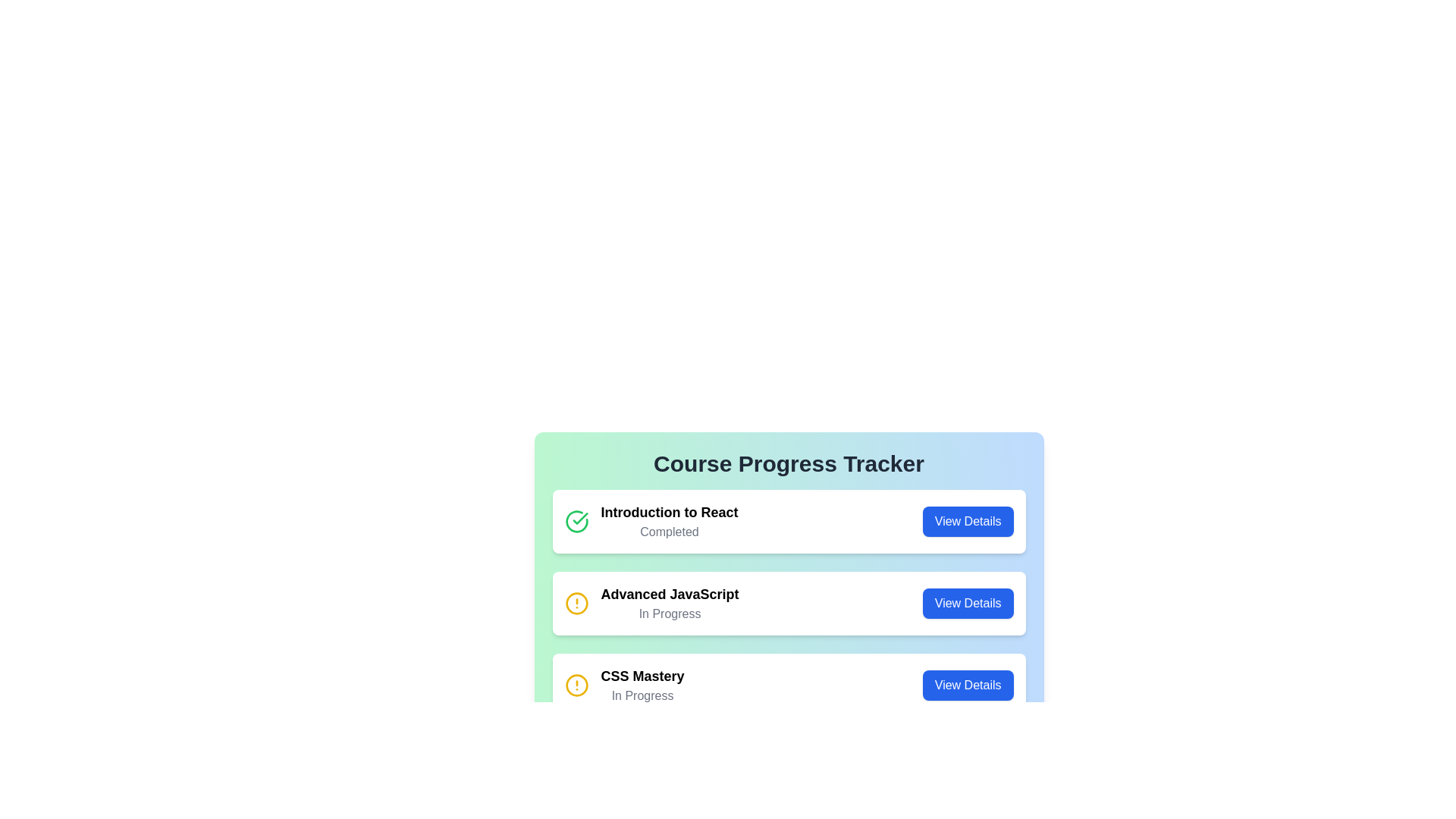 Image resolution: width=1456 pixels, height=819 pixels. I want to click on the green circular icon with a checkmark, which indicates the completion status of the 'Introduction to React' course, located to the left of the text 'Completed', so click(576, 520).